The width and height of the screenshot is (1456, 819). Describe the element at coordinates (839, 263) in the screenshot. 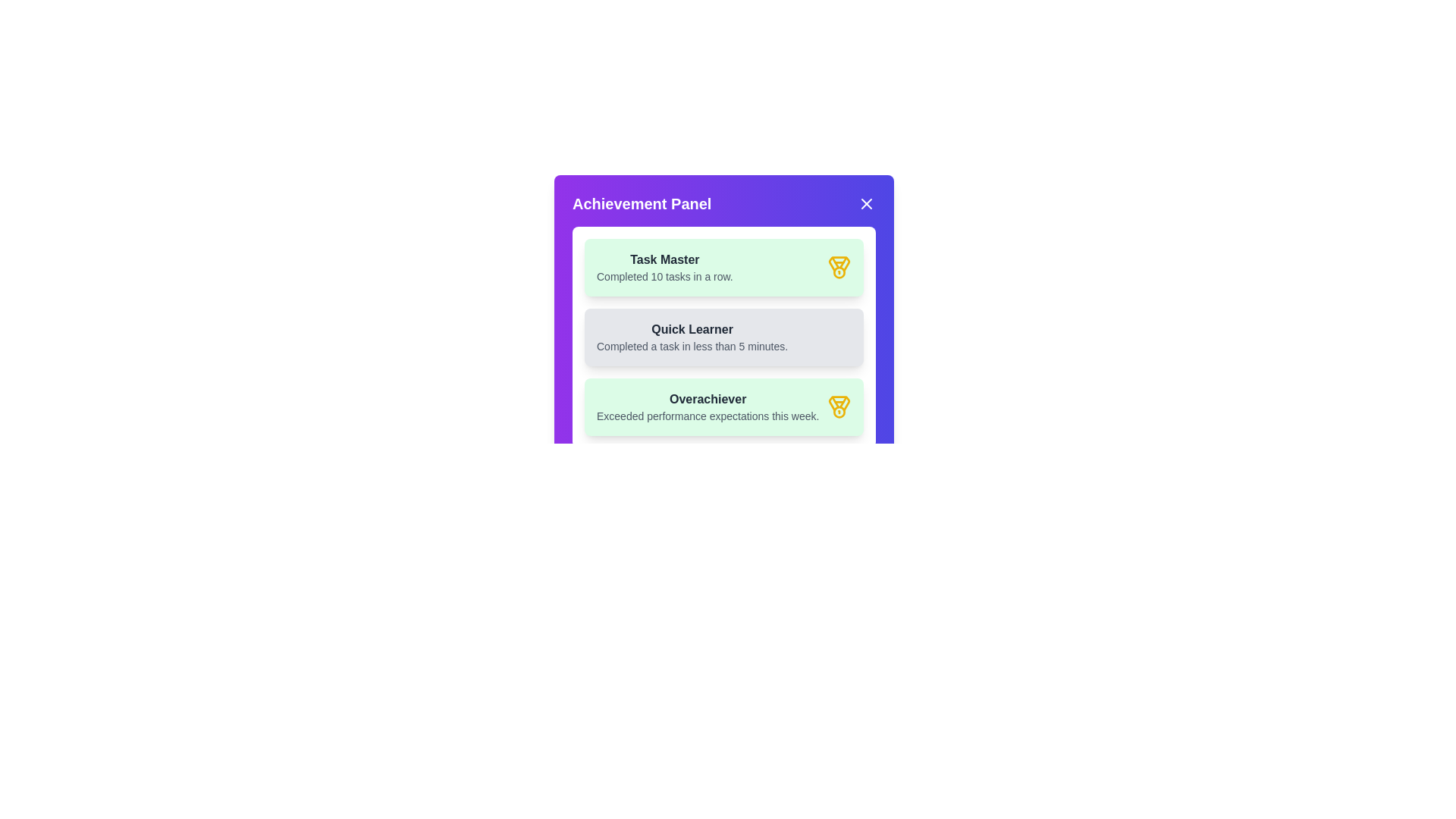

I see `the medal icon representing achievement located in the upper section of the panel within the 'Task Master' award item, aligned on the right edge of the item` at that location.